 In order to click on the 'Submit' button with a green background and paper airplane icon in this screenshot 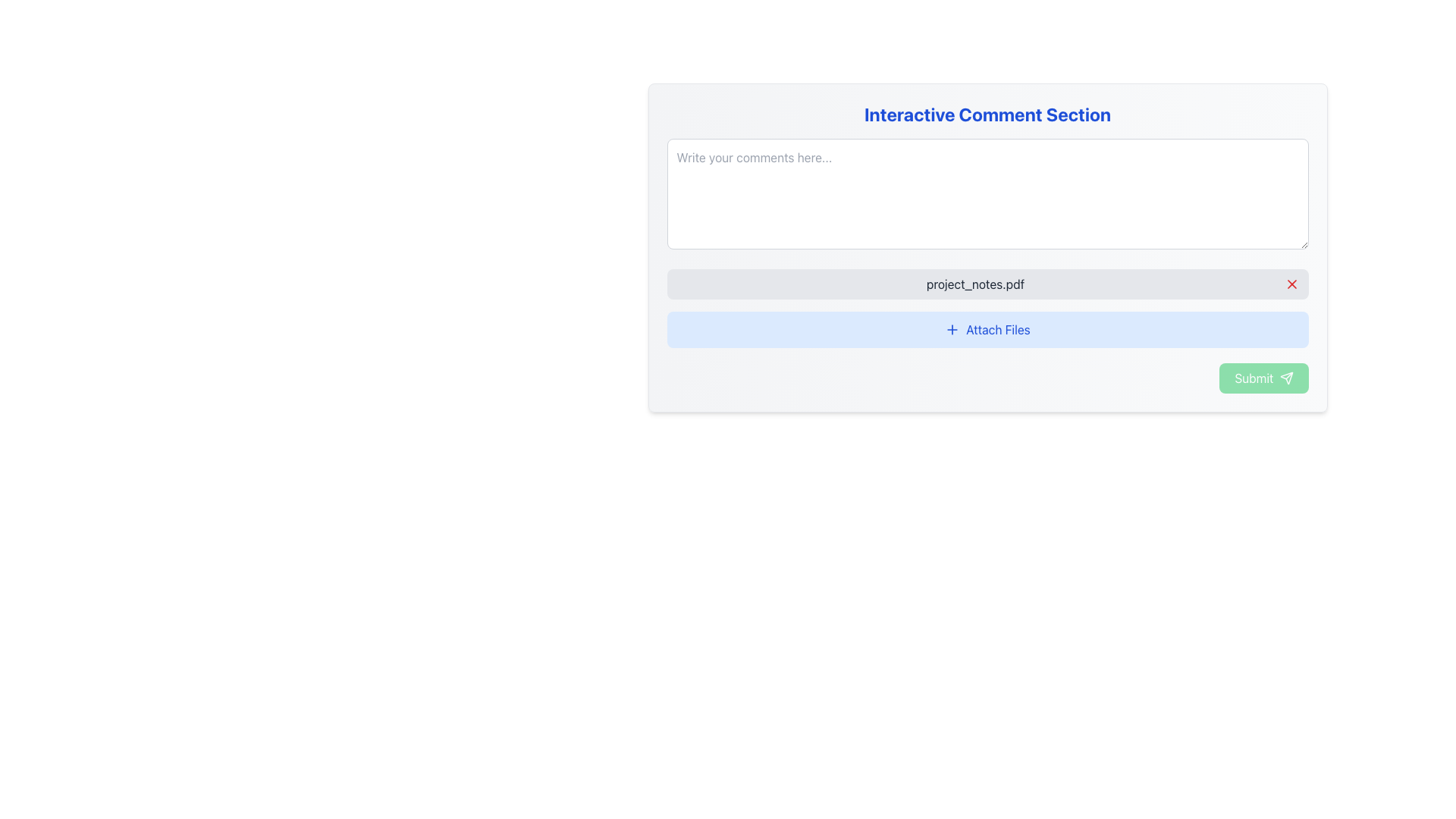, I will do `click(1263, 377)`.